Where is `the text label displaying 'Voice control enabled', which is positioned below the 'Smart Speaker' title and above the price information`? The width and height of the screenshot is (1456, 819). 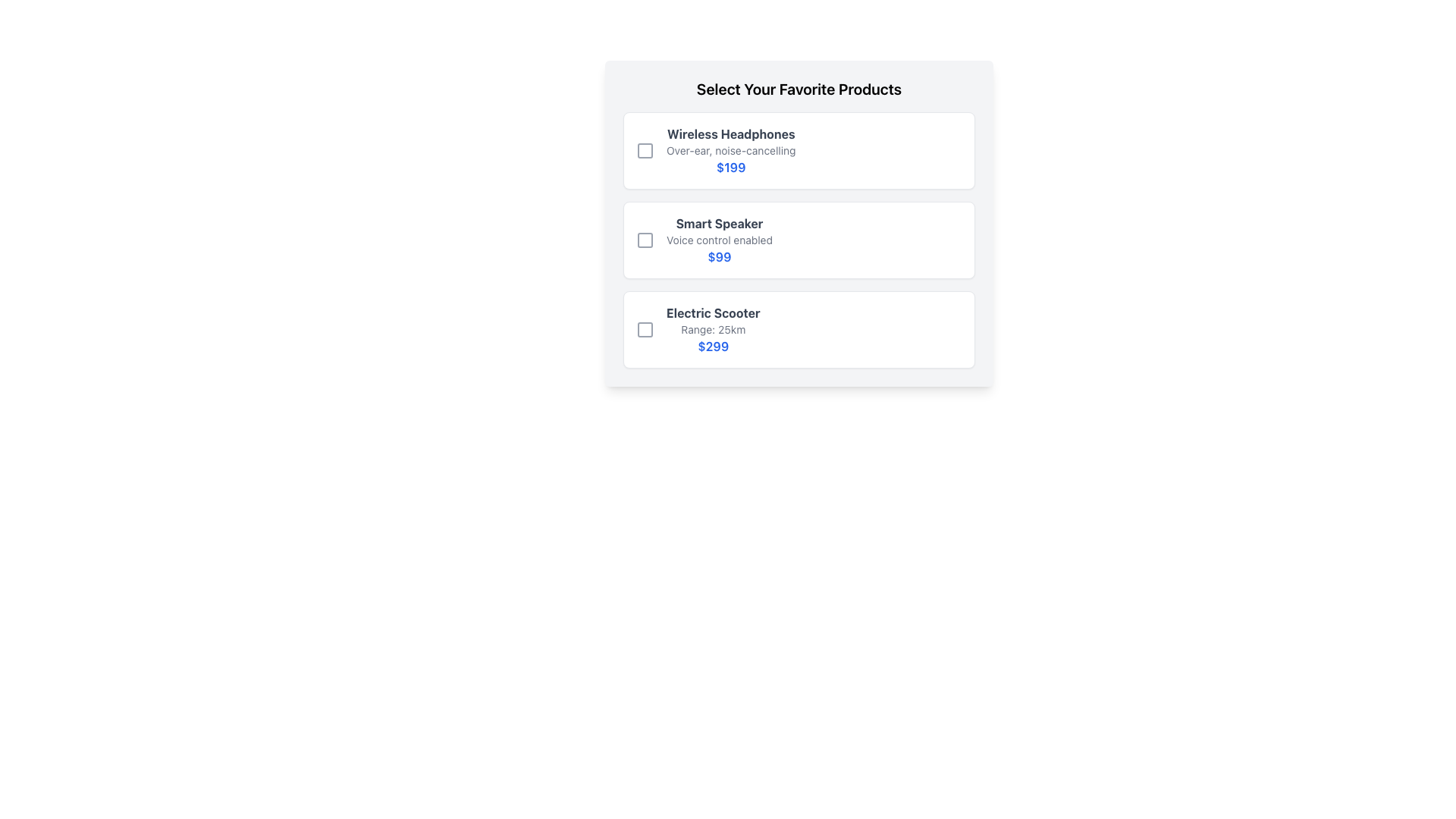 the text label displaying 'Voice control enabled', which is positioned below the 'Smart Speaker' title and above the price information is located at coordinates (719, 239).